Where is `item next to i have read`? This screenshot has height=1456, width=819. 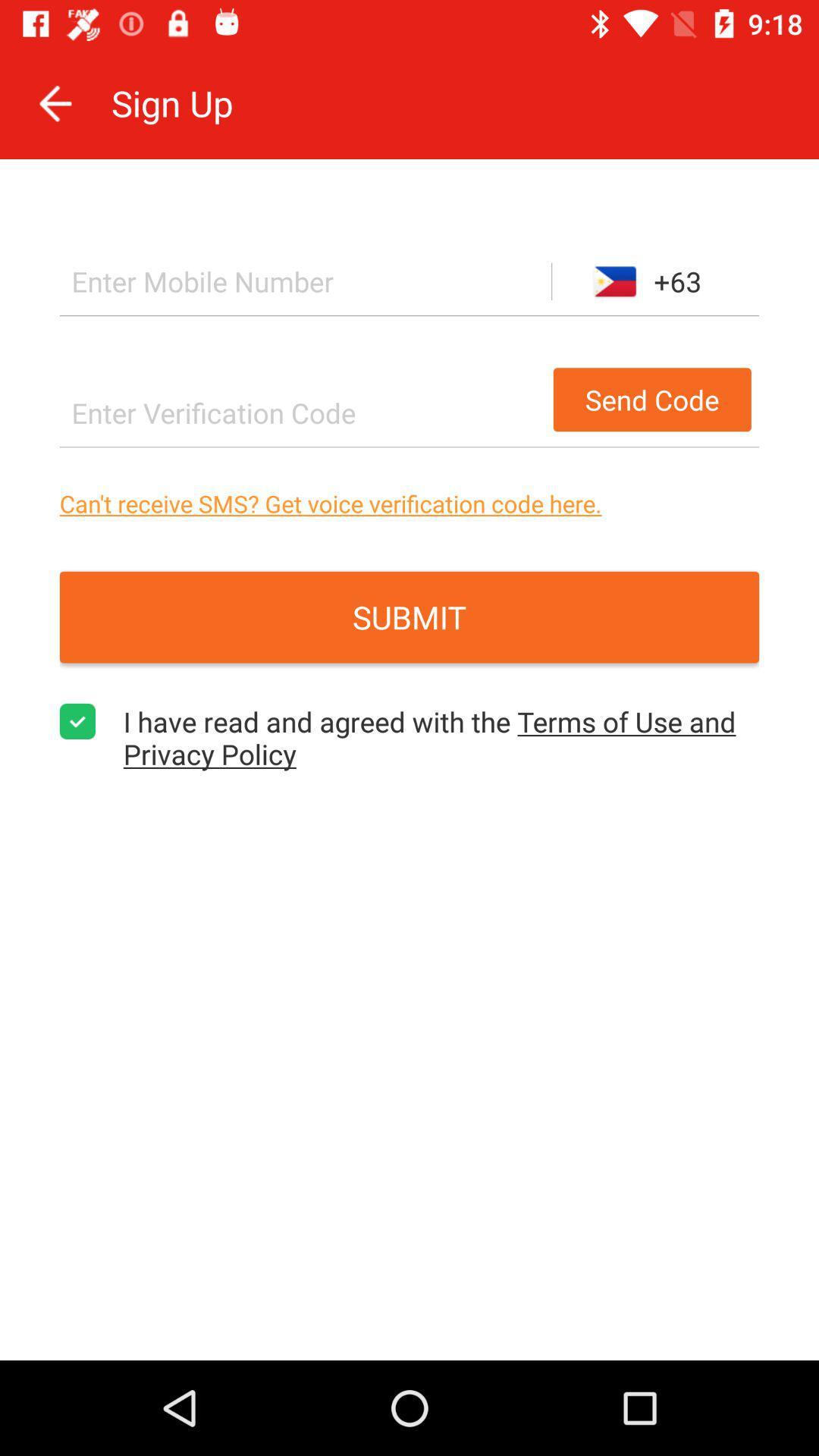 item next to i have read is located at coordinates (77, 720).